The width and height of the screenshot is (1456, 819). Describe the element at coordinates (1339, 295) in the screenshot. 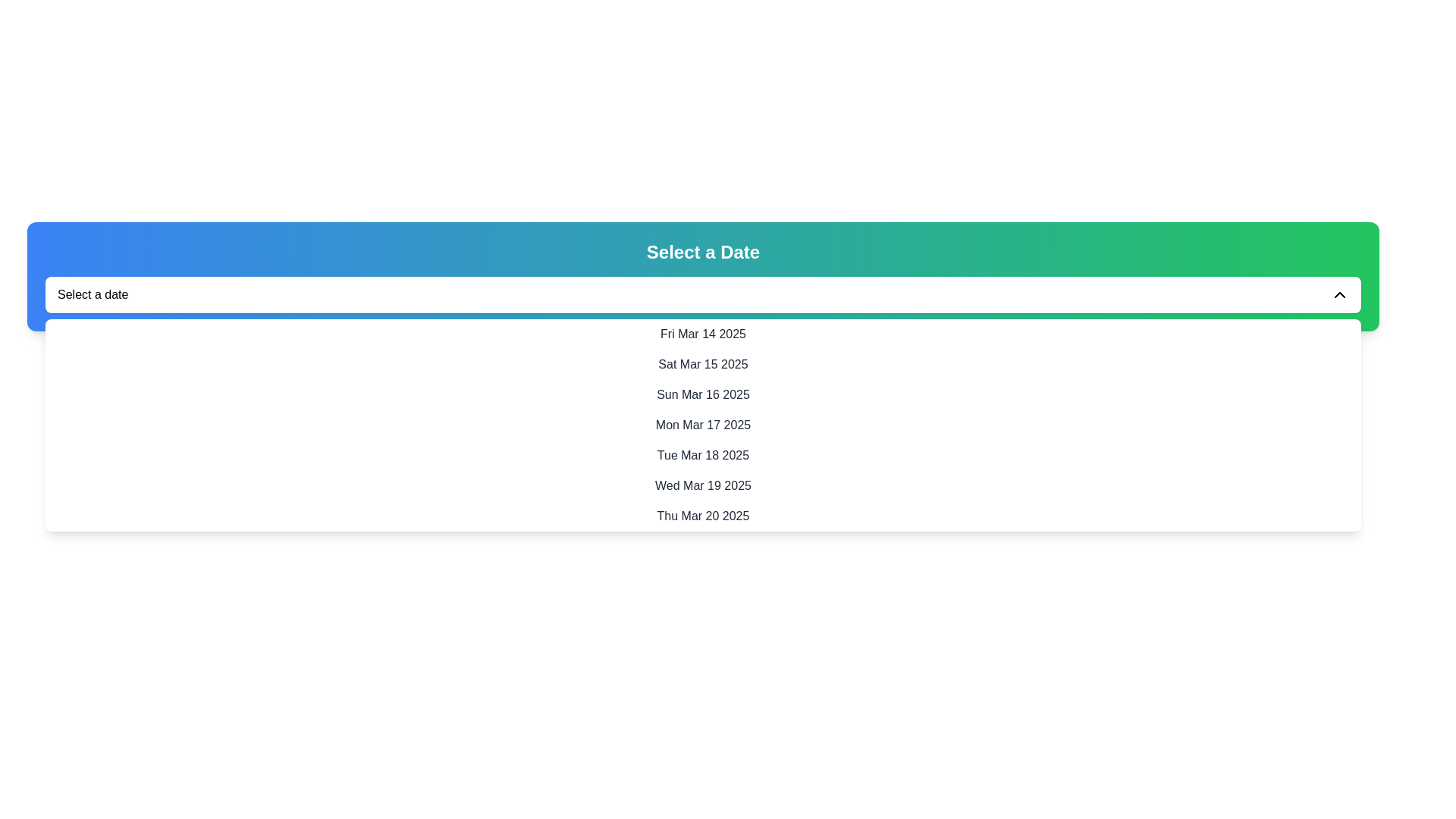

I see `the upward arrow-shaped icon button located in the top-right corner of the 'Select a date' area` at that location.